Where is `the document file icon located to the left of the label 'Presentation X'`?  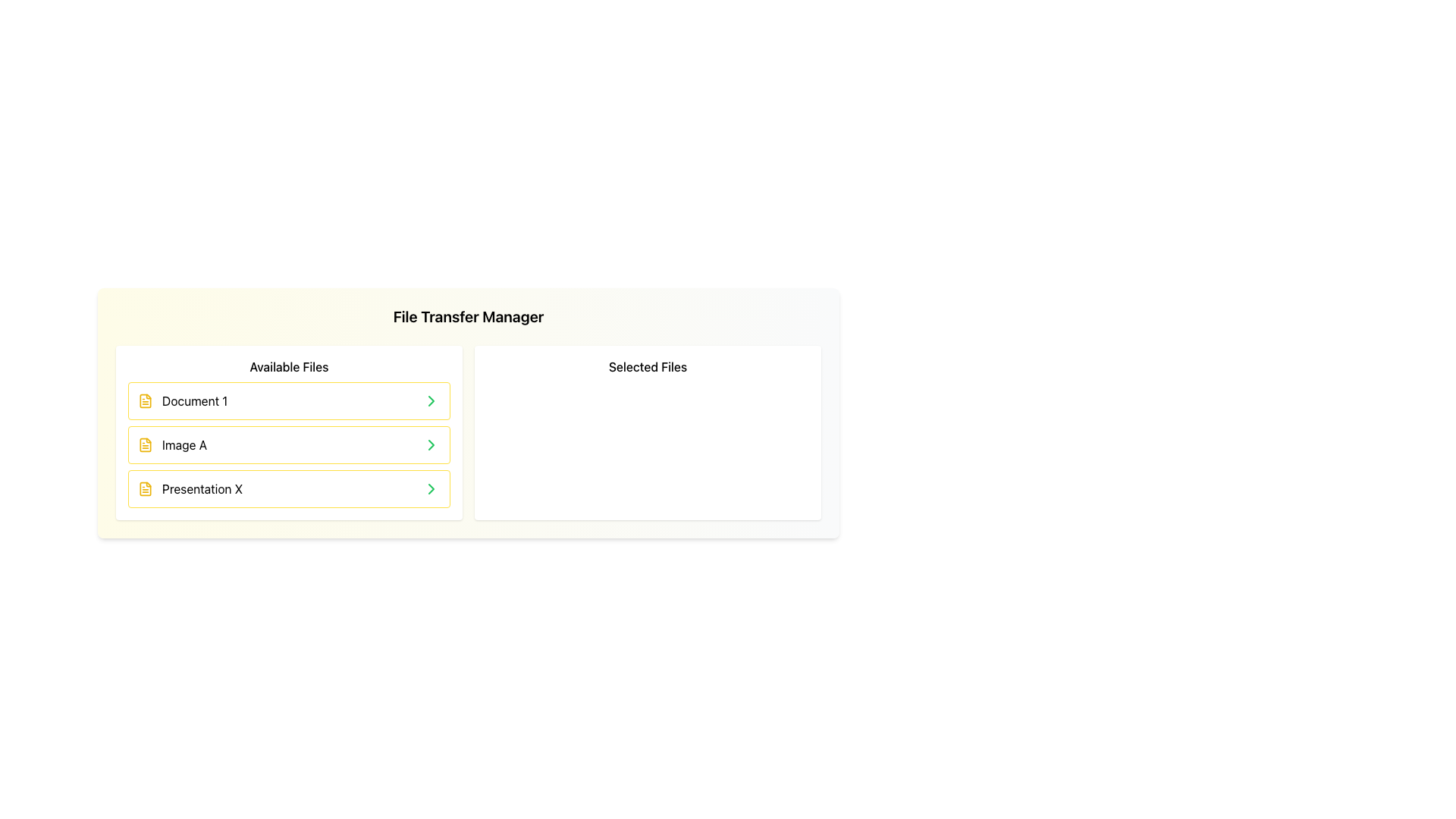
the document file icon located to the left of the label 'Presentation X' is located at coordinates (146, 488).